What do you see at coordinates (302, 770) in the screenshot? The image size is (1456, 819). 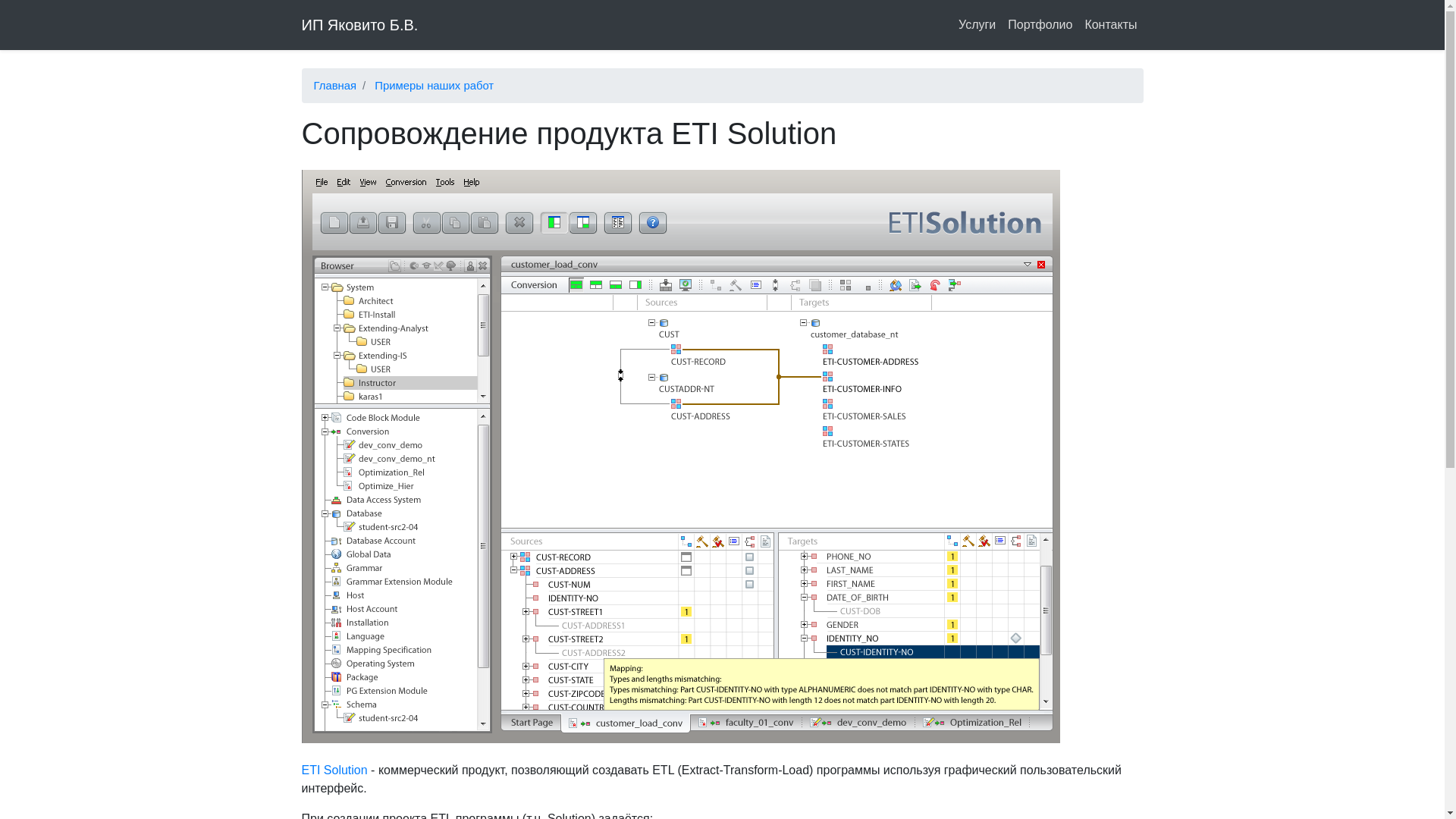 I see `'ETI Solution'` at bounding box center [302, 770].